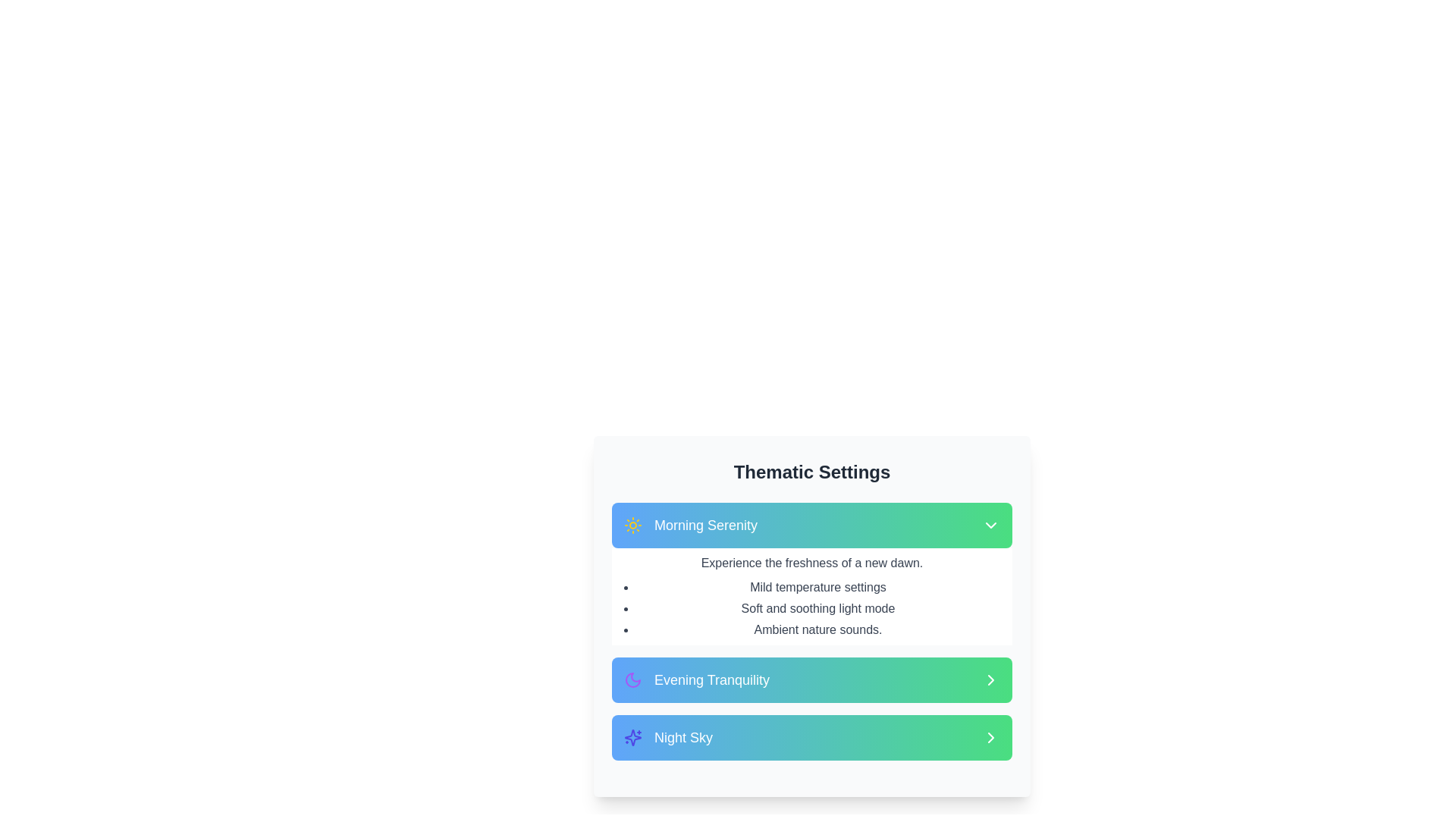  I want to click on the right-direction arrow icon in the 'Night Sky' section, so click(990, 736).